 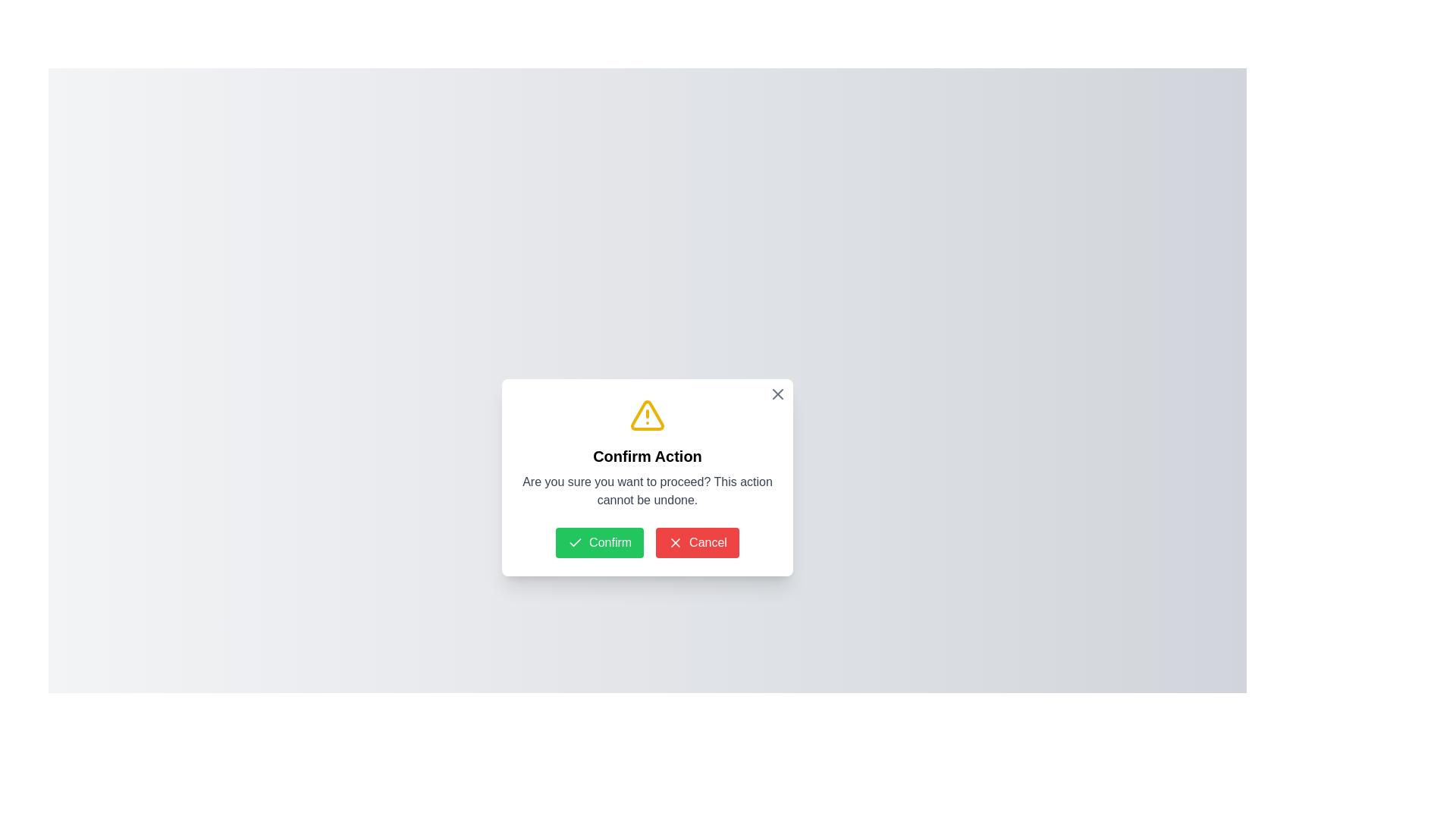 I want to click on the 'Confirm' button which contains a checkmark icon, located in the bottom-left side of a modal dialog, so click(x=575, y=542).